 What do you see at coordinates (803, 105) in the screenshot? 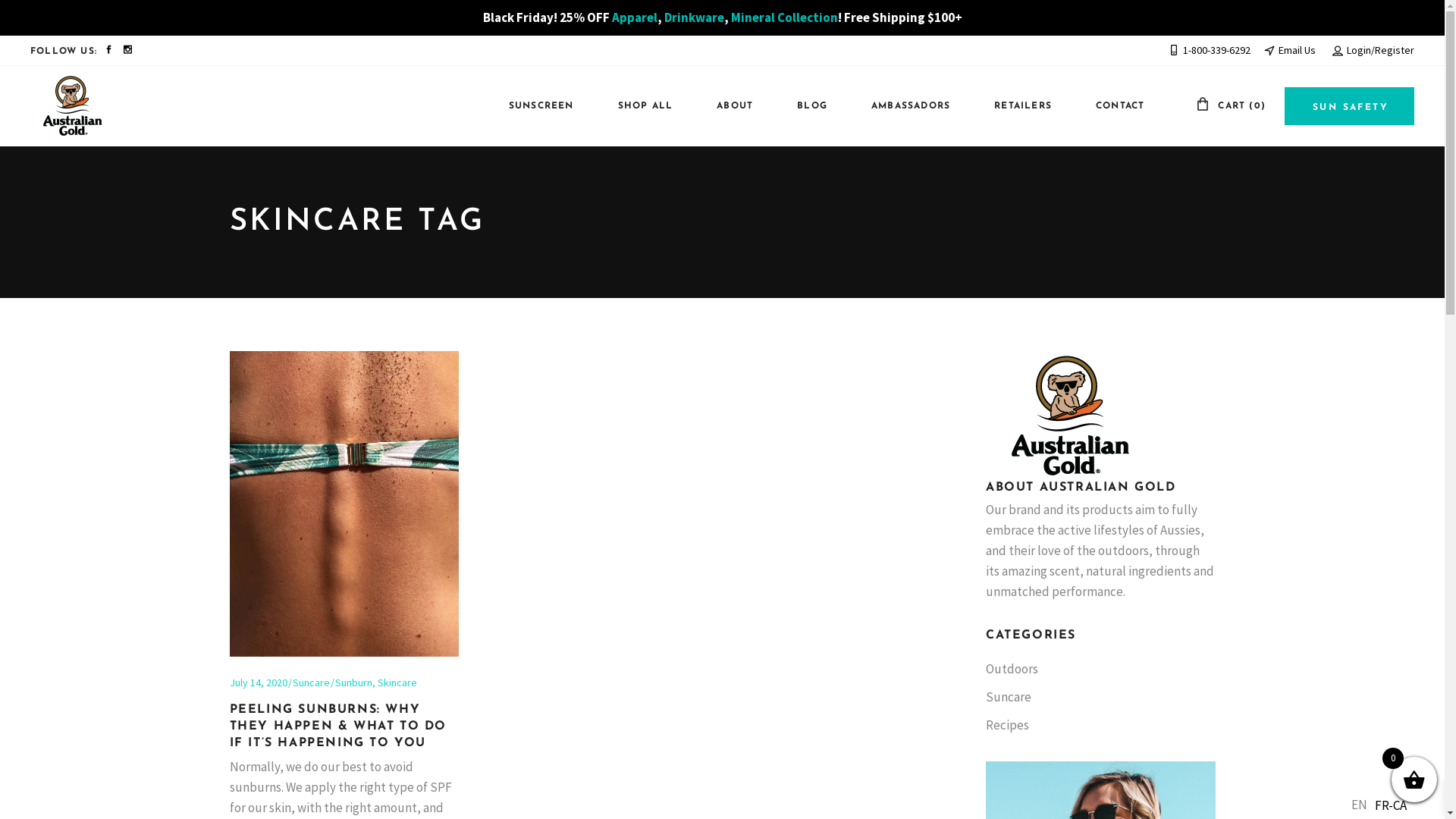
I see `'BLOG'` at bounding box center [803, 105].